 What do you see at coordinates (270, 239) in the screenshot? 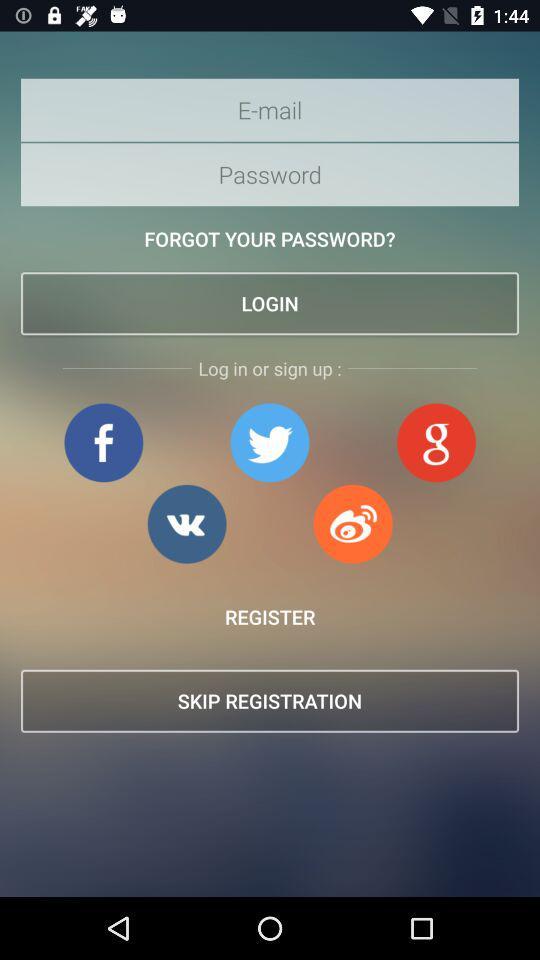
I see `button above the login item` at bounding box center [270, 239].